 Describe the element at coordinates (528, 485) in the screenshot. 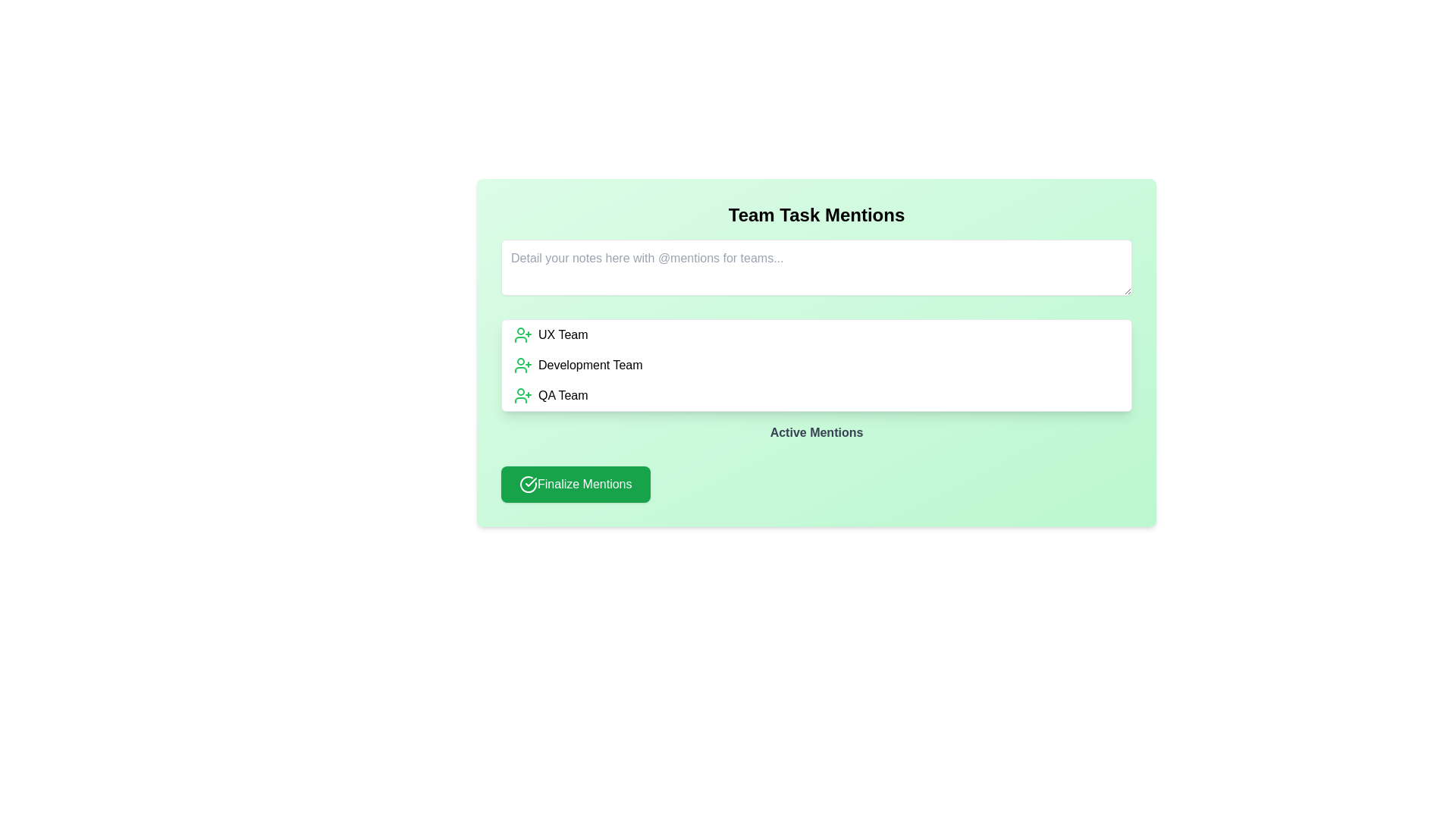

I see `the confirmation icon located to the left of the 'Finalize Mentions' button at the bottom-left corner of the main interface` at that location.